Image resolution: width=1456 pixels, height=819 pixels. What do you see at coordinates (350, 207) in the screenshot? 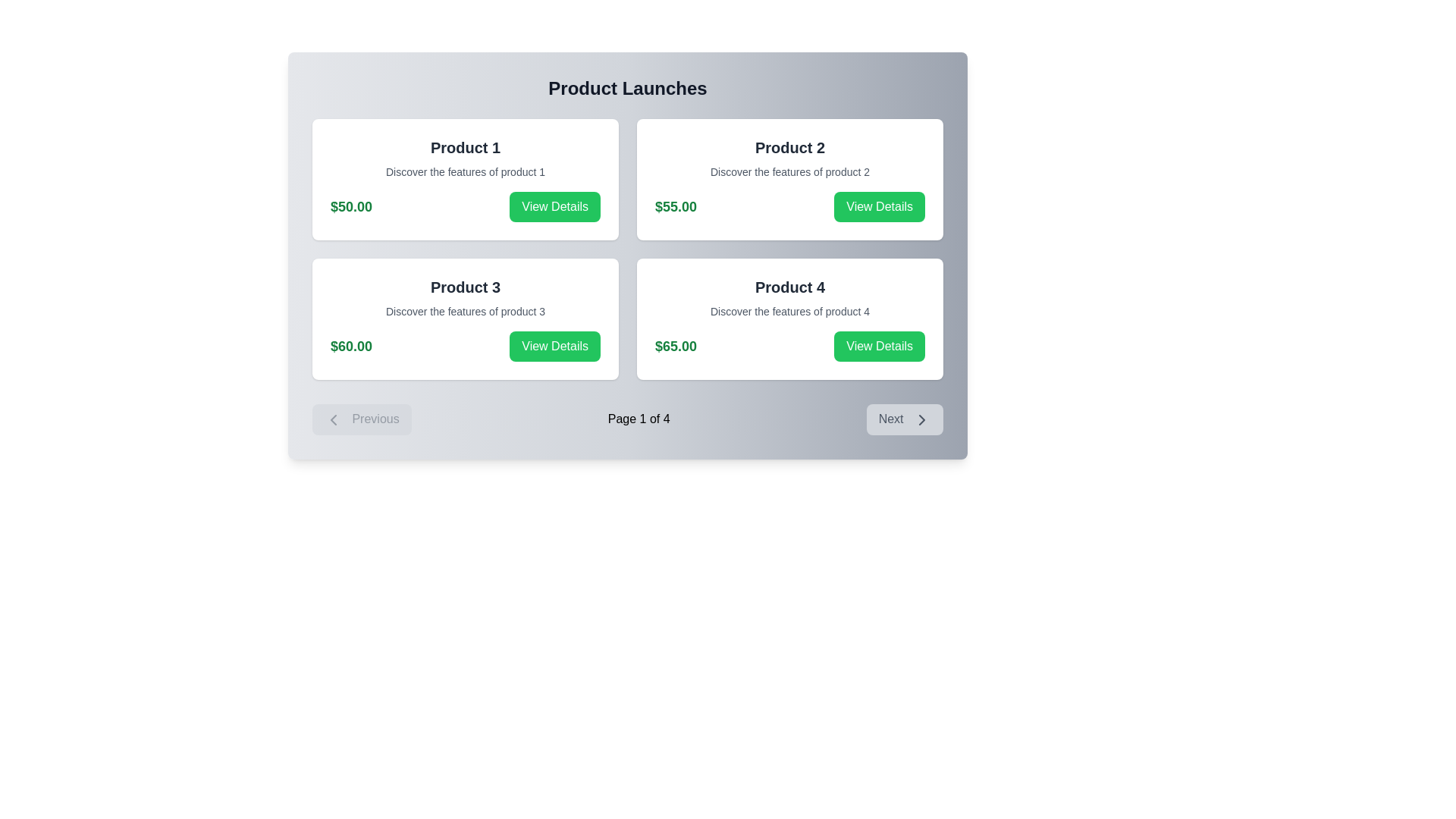
I see `the text label displaying '$50.00' in bold green, located under the product name for 'Product 1' in the upper-left quadrant of the interface` at bounding box center [350, 207].